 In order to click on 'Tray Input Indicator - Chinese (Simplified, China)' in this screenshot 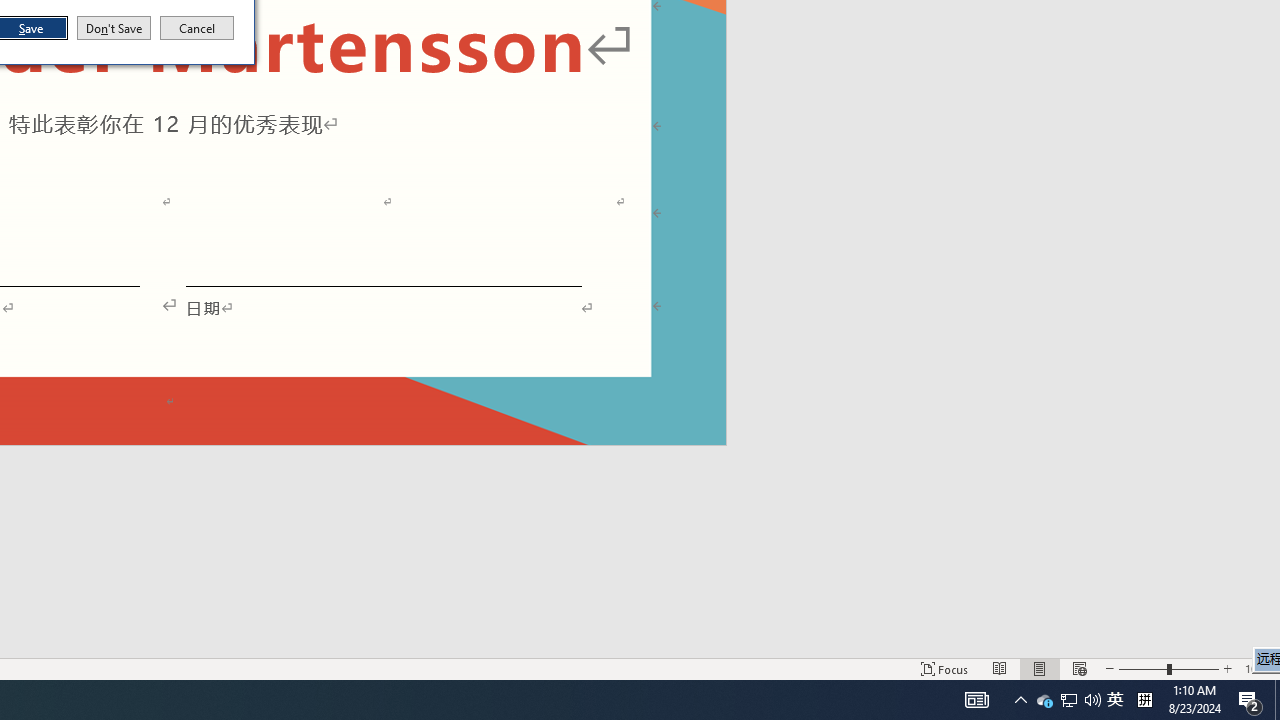, I will do `click(1114, 698)`.